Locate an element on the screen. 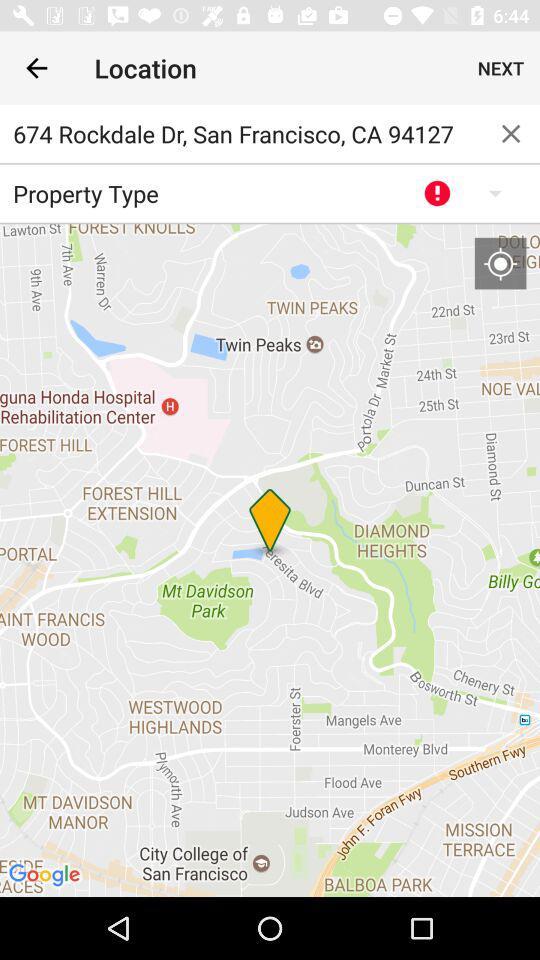 The image size is (540, 960). center map is located at coordinates (499, 262).